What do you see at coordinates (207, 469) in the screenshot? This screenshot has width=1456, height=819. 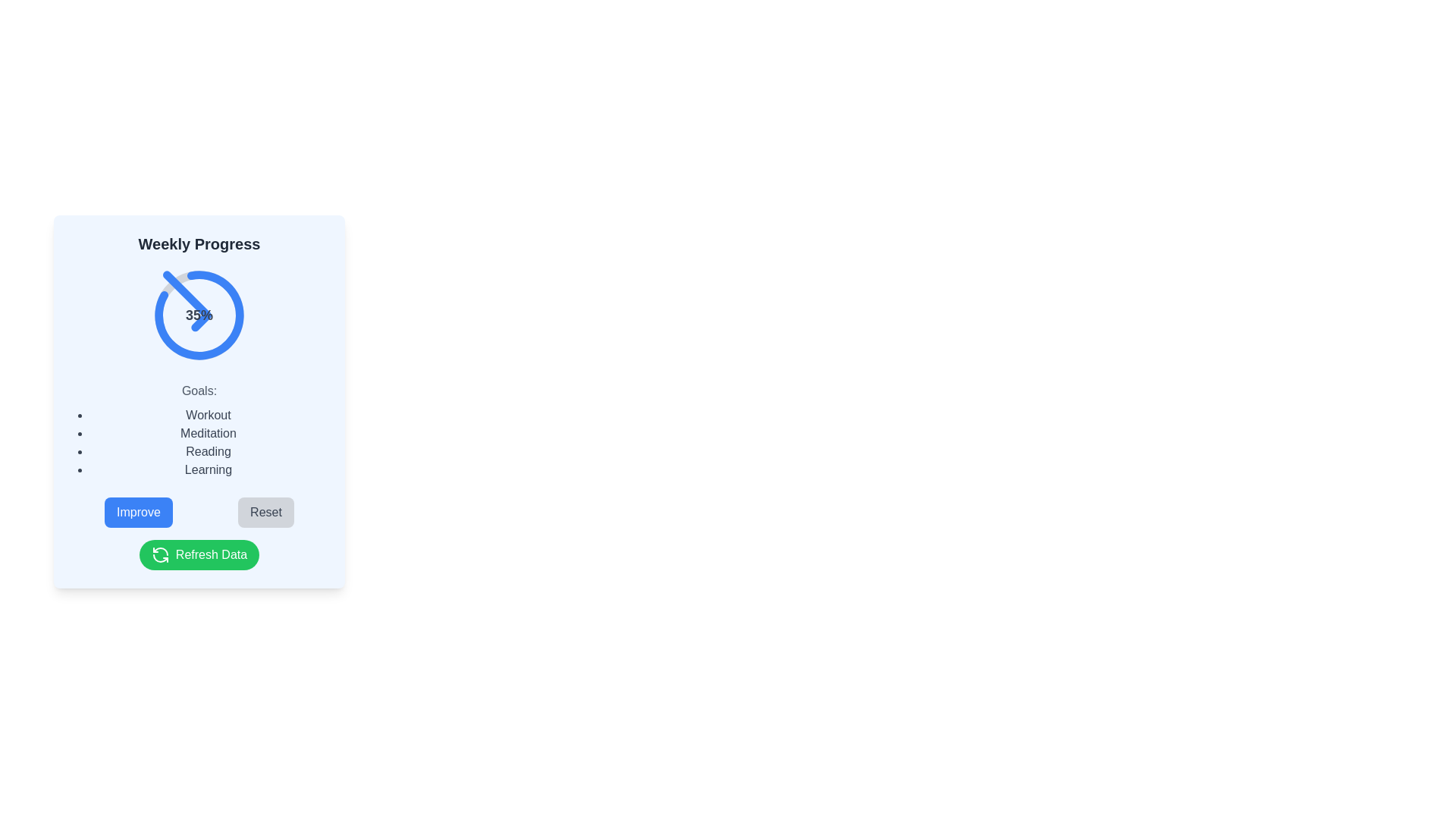 I see `the 'Learning' text label, which is the last item in the bulleted goals list` at bounding box center [207, 469].